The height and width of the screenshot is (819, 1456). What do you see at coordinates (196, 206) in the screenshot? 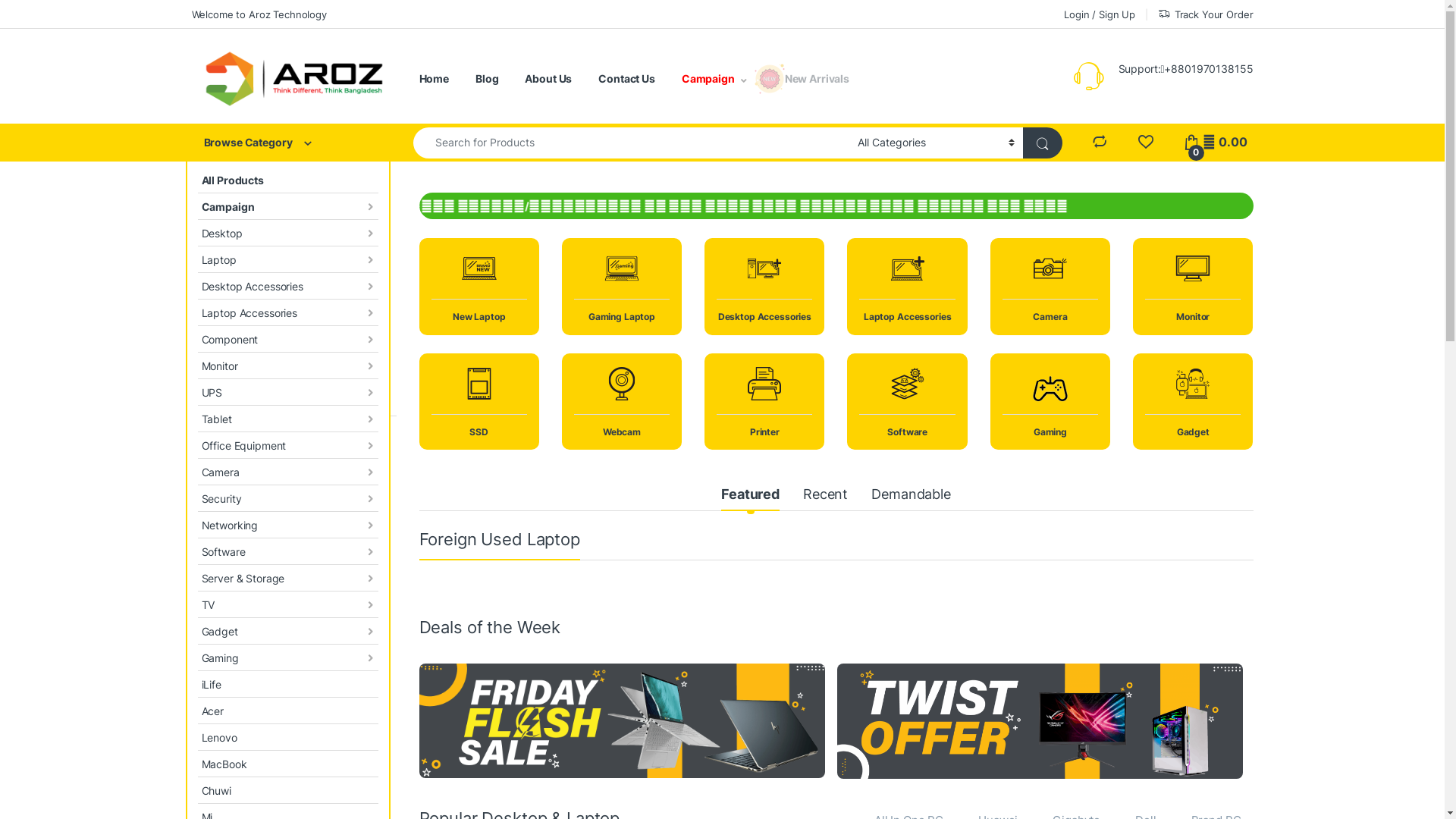
I see `'Campaign'` at bounding box center [196, 206].